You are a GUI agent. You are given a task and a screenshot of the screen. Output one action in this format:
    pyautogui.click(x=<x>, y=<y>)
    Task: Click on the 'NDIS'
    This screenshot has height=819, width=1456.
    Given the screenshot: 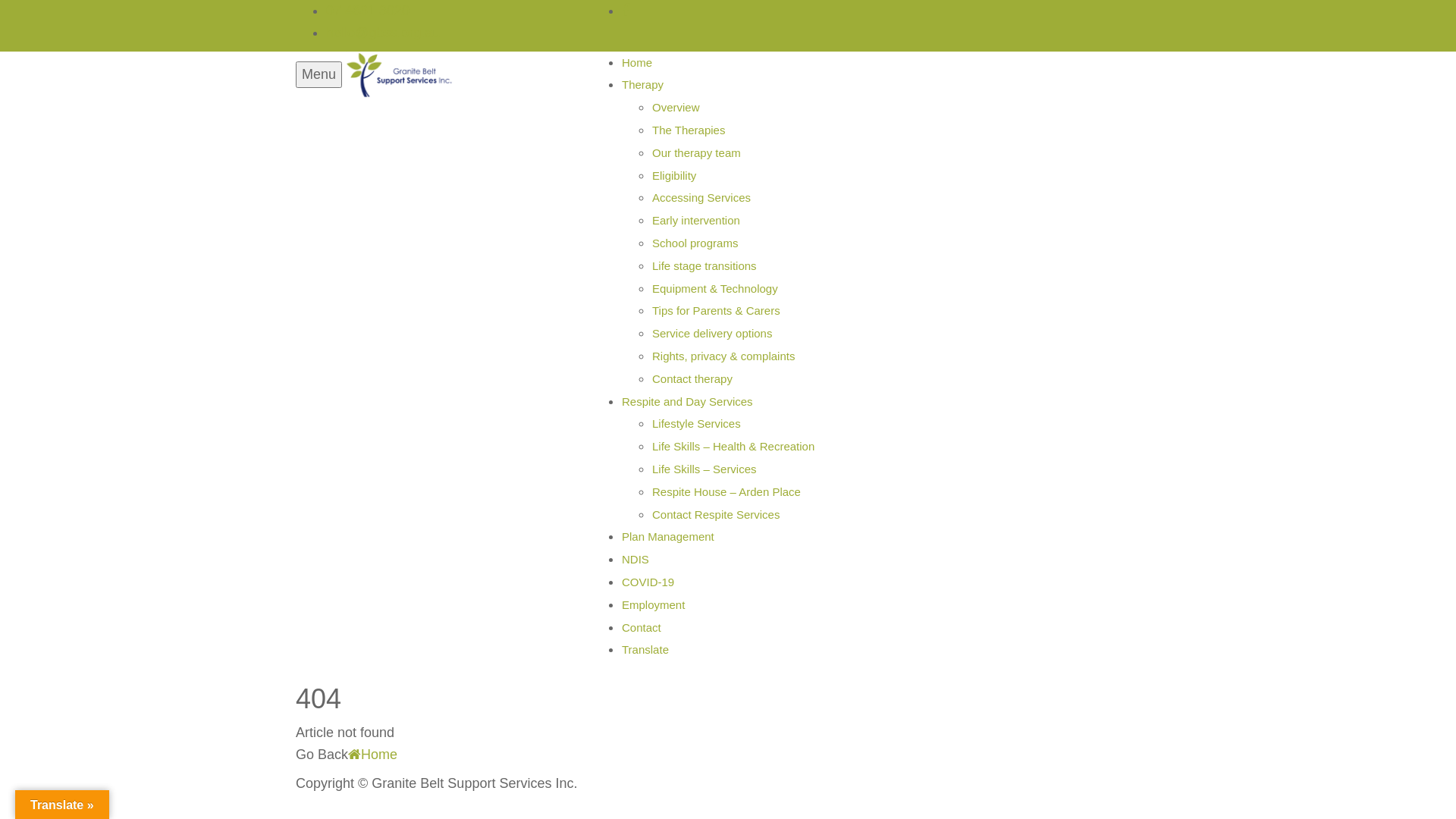 What is the action you would take?
    pyautogui.click(x=635, y=559)
    